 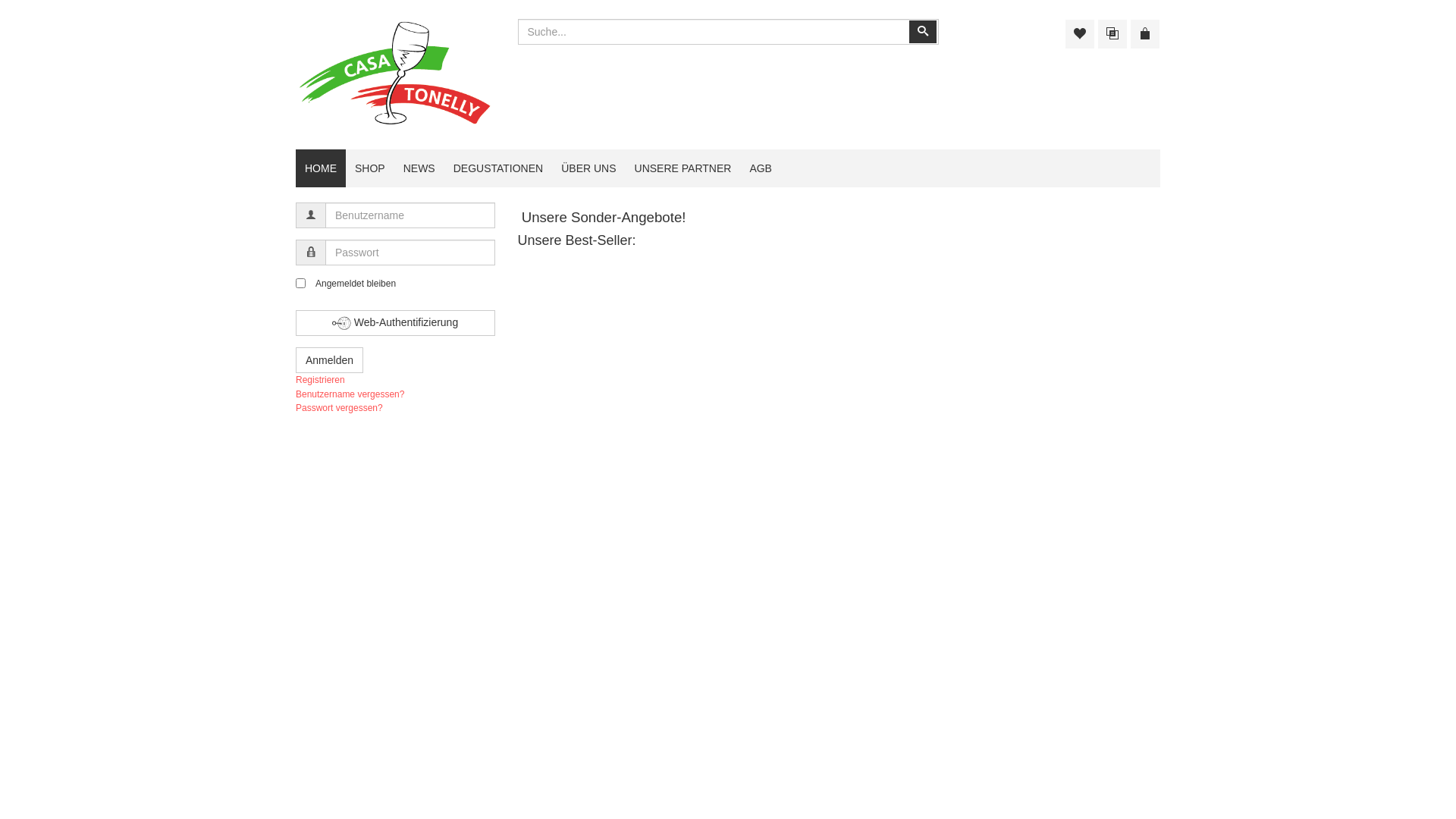 I want to click on 'Suchen', so click(x=921, y=32).